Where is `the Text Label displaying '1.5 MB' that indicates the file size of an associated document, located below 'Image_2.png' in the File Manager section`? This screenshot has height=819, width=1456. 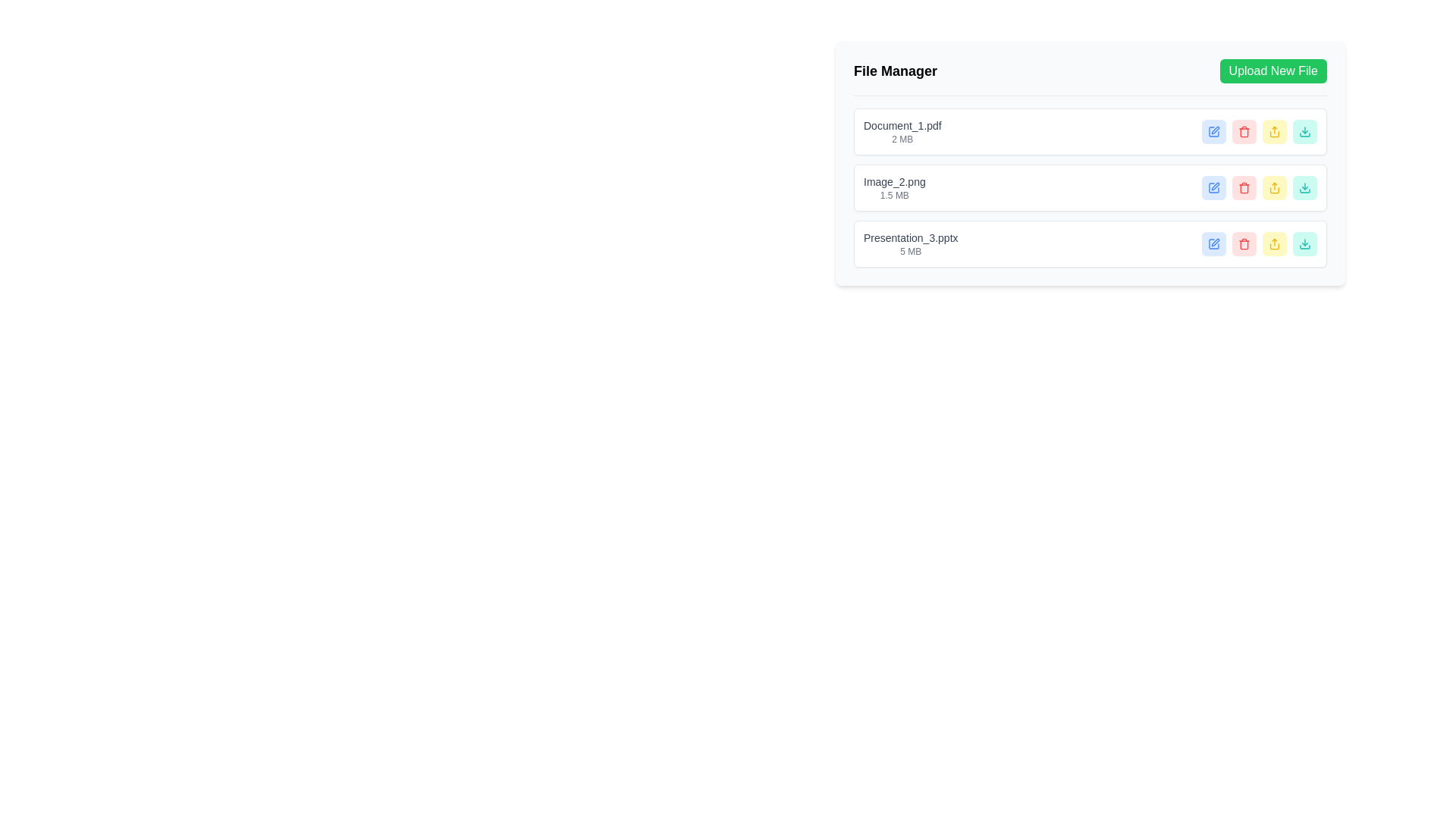 the Text Label displaying '1.5 MB' that indicates the file size of an associated document, located below 'Image_2.png' in the File Manager section is located at coordinates (894, 195).